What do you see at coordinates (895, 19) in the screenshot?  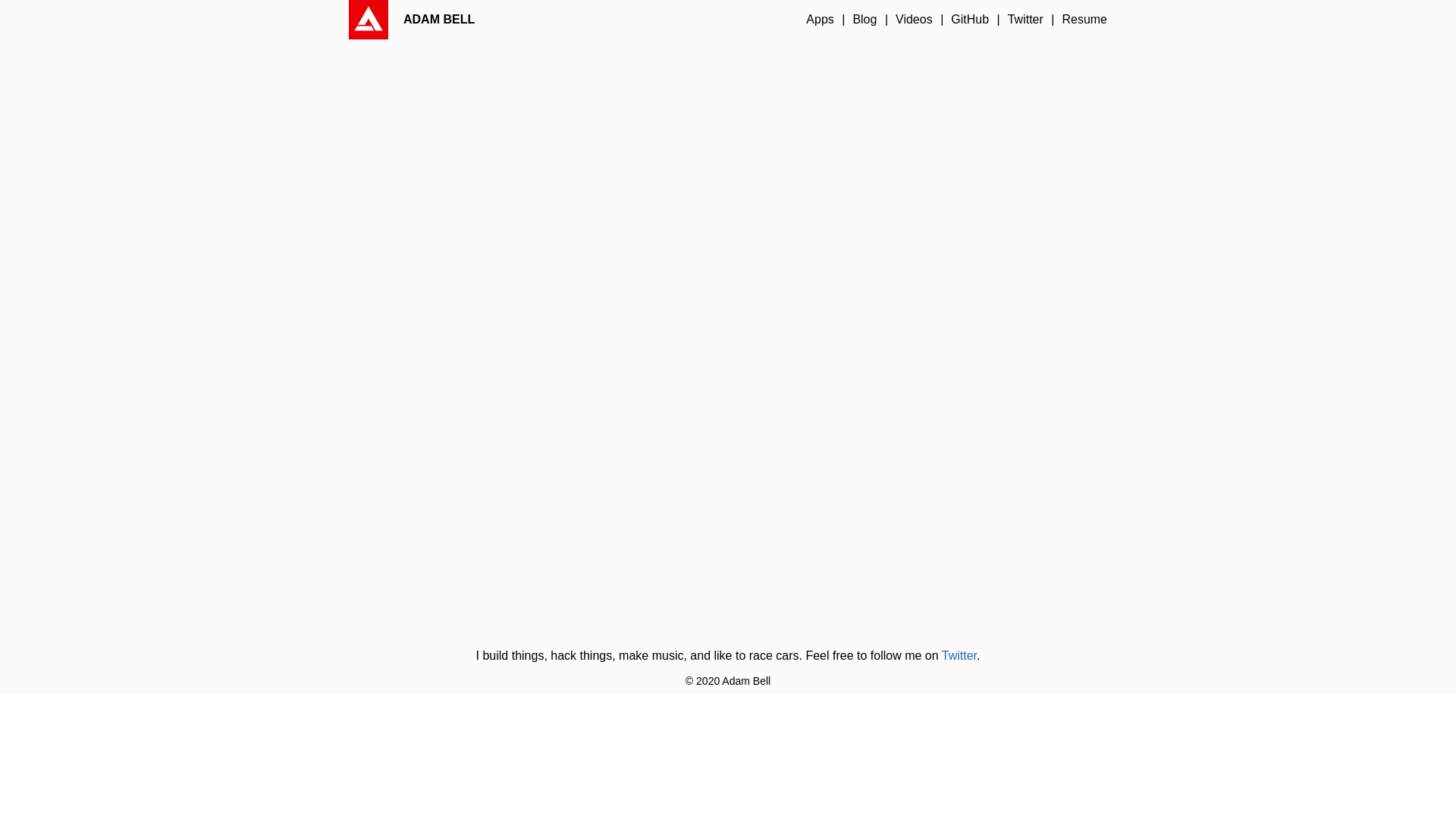 I see `'Videos'` at bounding box center [895, 19].